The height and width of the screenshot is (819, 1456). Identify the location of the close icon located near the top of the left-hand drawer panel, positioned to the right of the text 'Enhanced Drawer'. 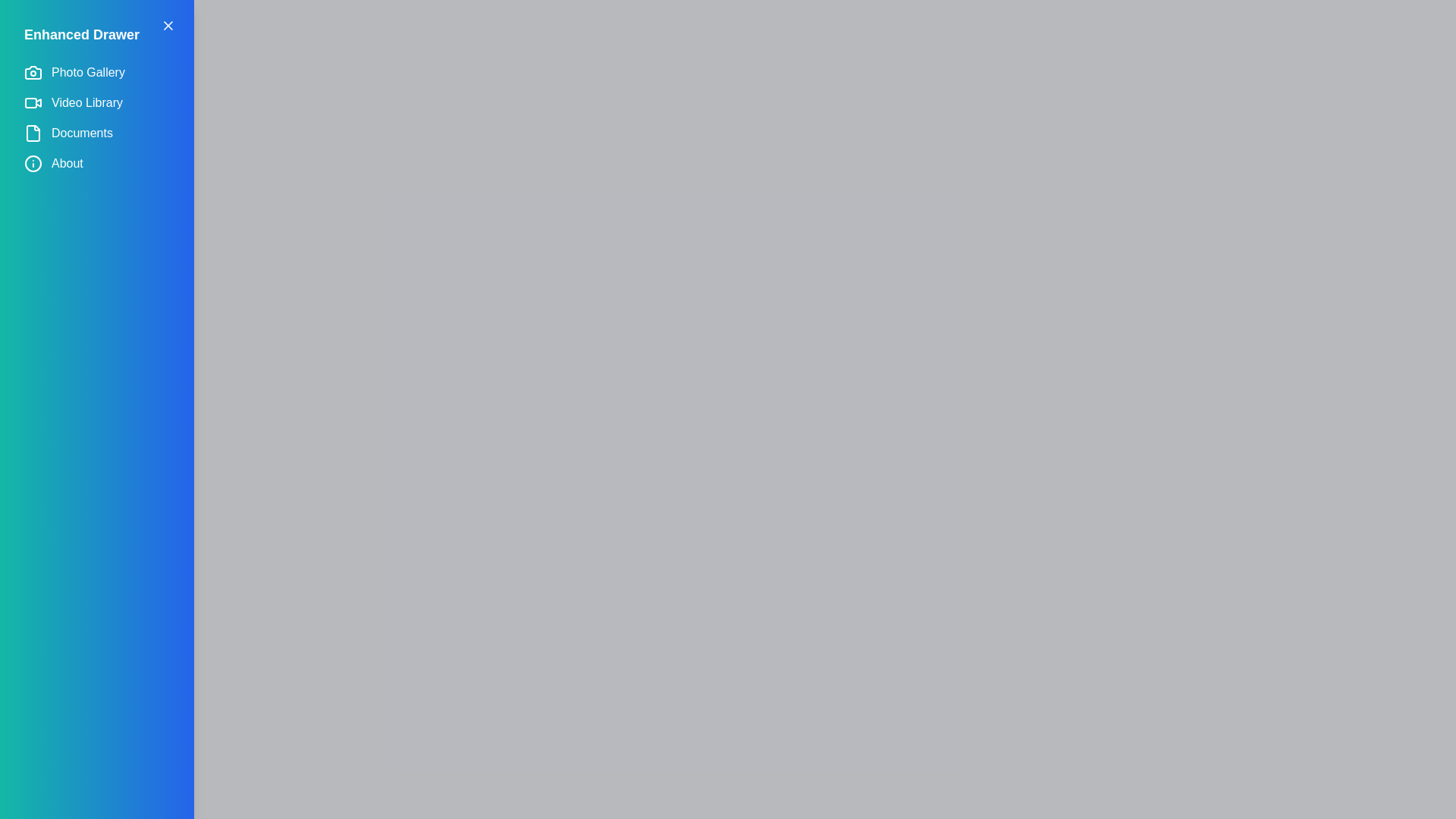
(168, 26).